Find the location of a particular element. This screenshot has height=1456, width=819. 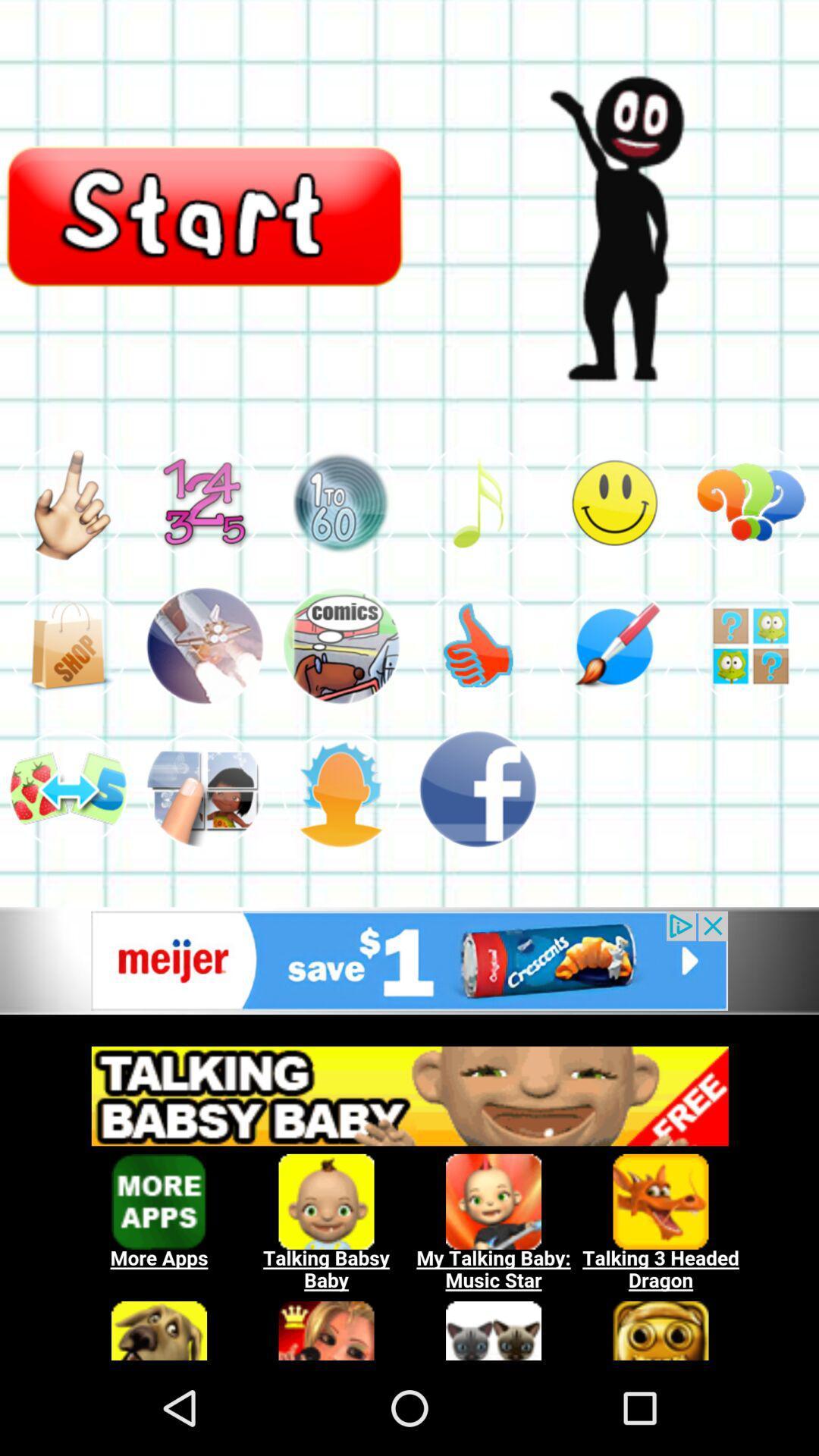

item is located at coordinates (341, 645).